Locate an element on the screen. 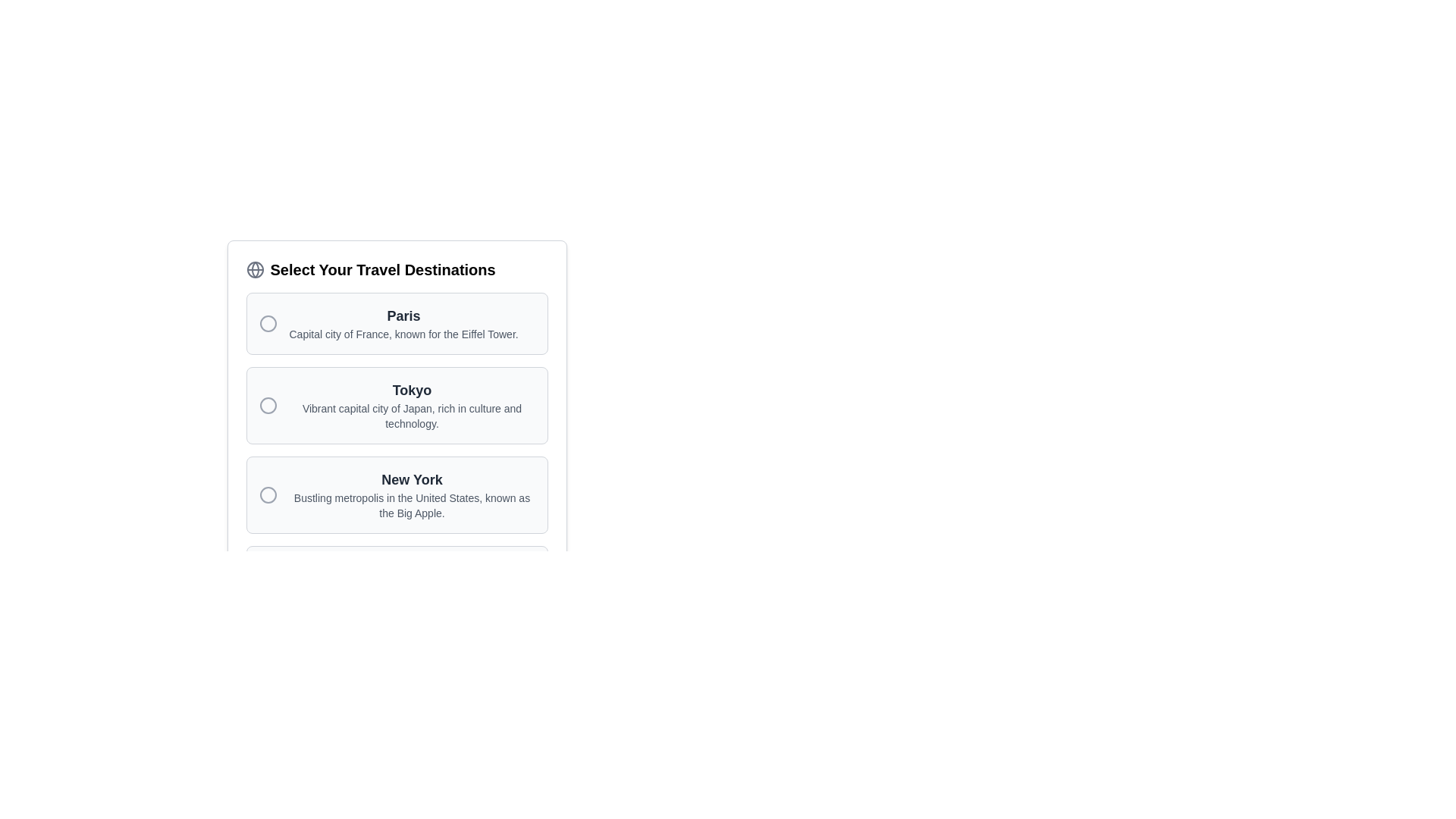 Image resolution: width=1456 pixels, height=819 pixels. the circular radio button indicating the travel destination 'Paris', located to the left of the text 'Paris' is located at coordinates (268, 323).